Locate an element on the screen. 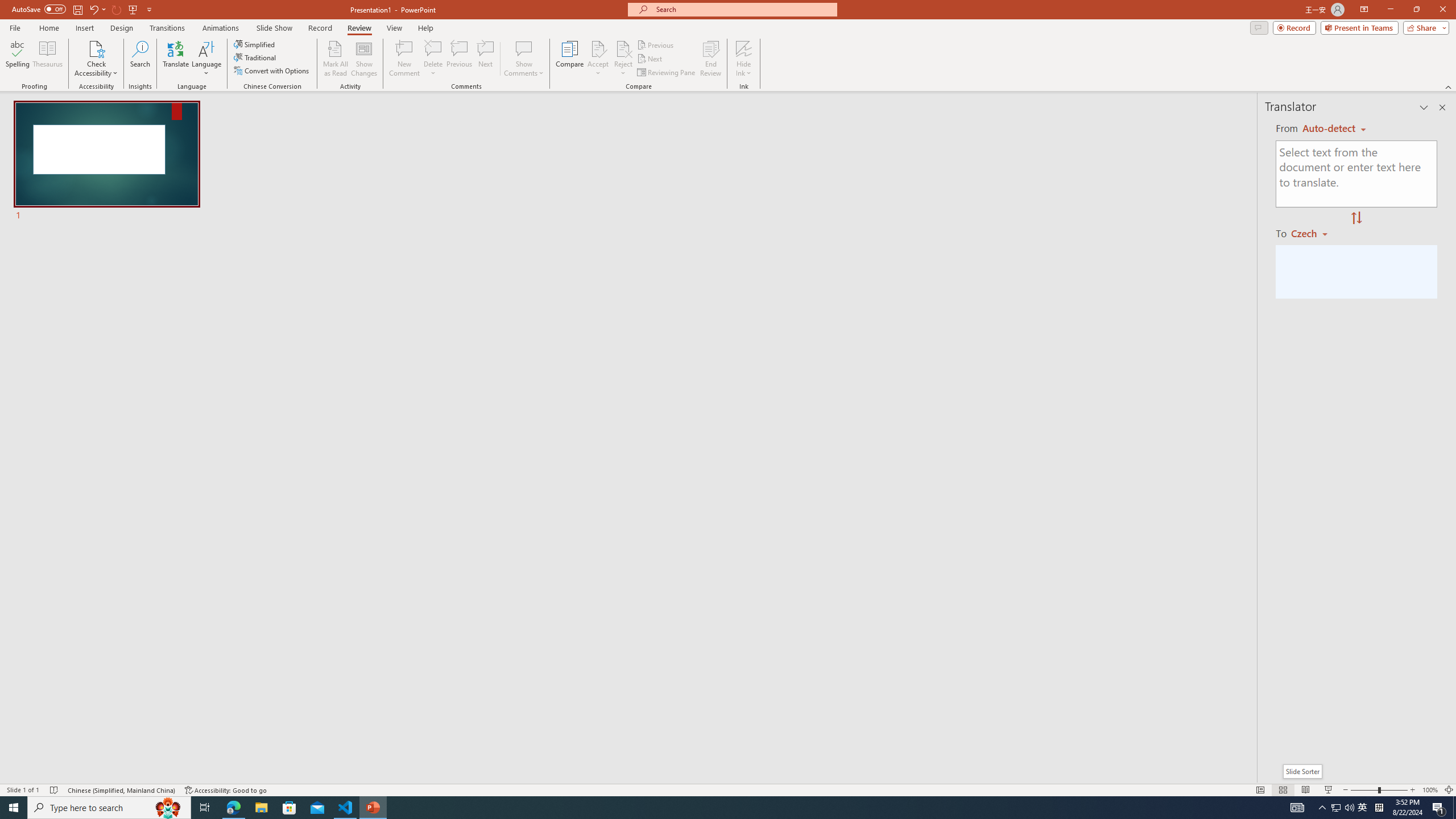 Image resolution: width=1456 pixels, height=819 pixels. 'Reviewing Pane' is located at coordinates (666, 72).